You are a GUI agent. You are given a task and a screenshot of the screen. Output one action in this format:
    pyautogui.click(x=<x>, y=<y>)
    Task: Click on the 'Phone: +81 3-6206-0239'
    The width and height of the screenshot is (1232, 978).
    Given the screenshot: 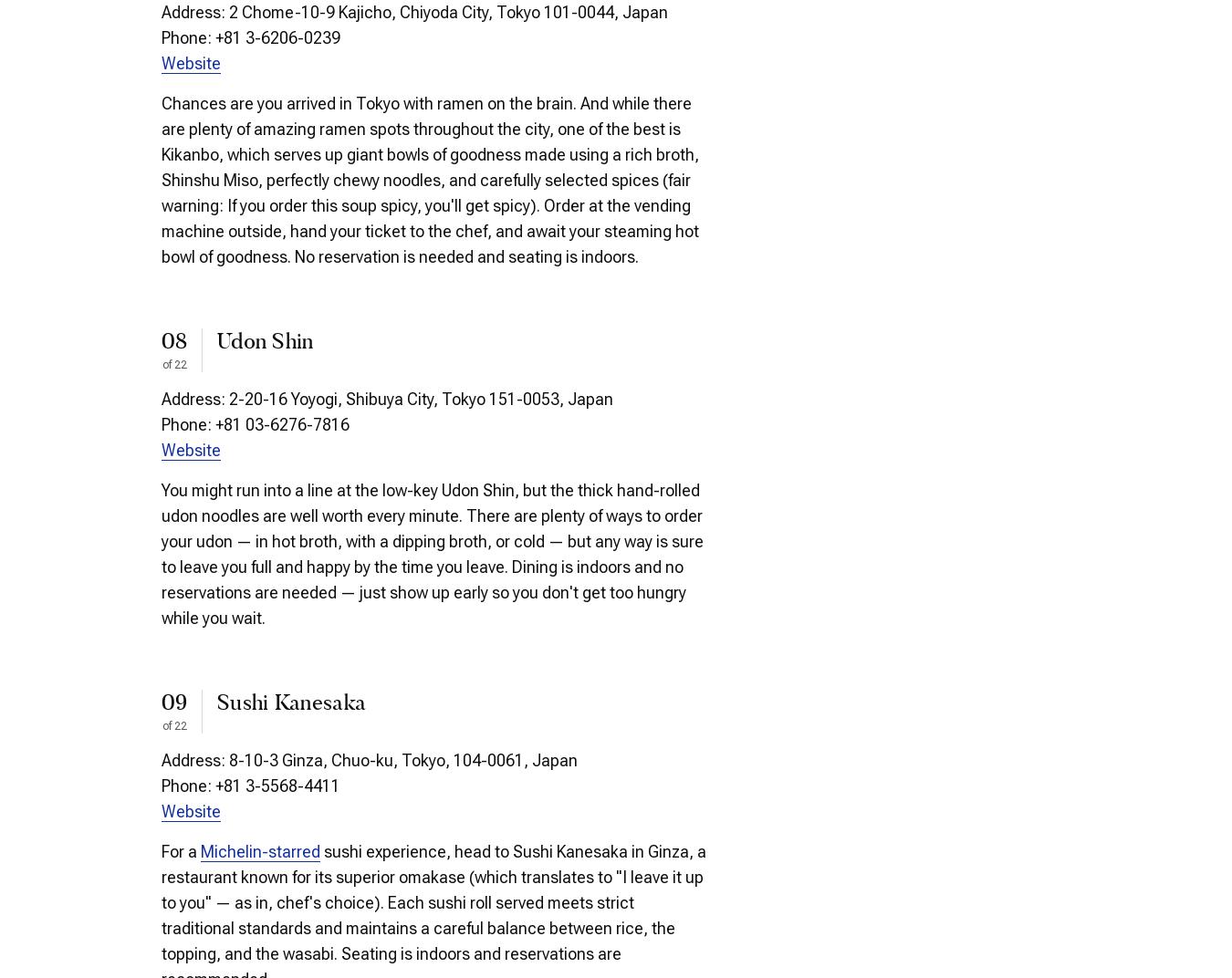 What is the action you would take?
    pyautogui.click(x=161, y=36)
    